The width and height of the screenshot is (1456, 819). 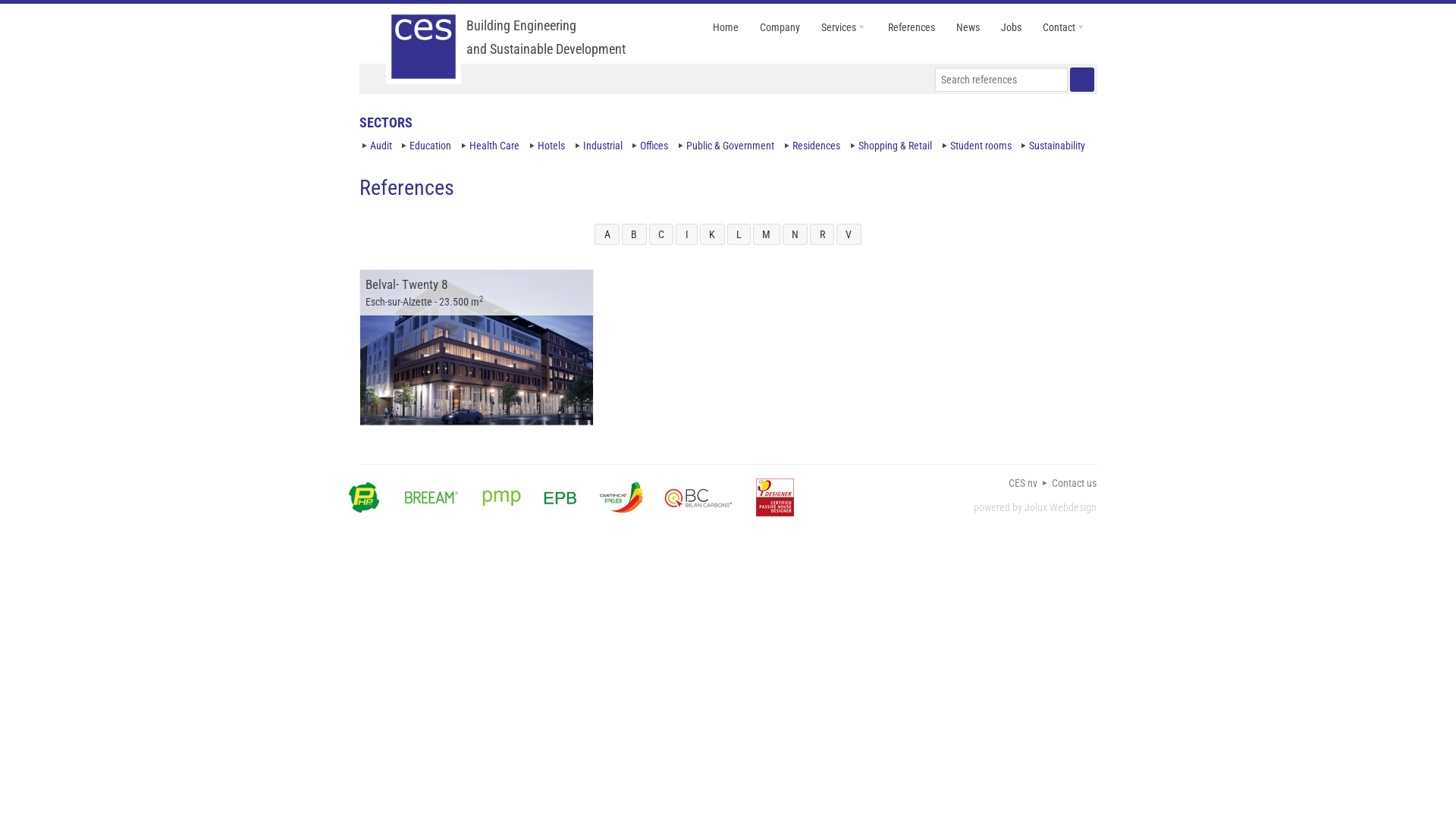 What do you see at coordinates (1034, 507) in the screenshot?
I see `'powered by Jolux Webdesign'` at bounding box center [1034, 507].